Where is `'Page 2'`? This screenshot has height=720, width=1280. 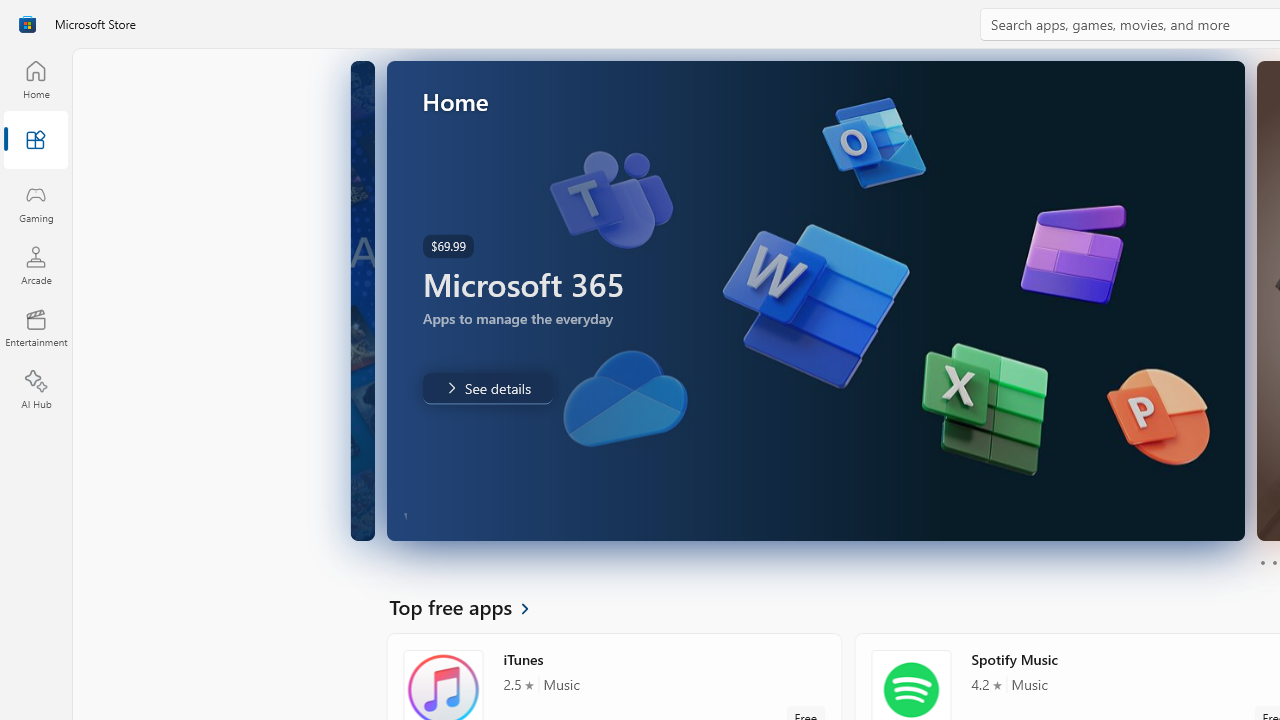
'Page 2' is located at coordinates (1273, 563).